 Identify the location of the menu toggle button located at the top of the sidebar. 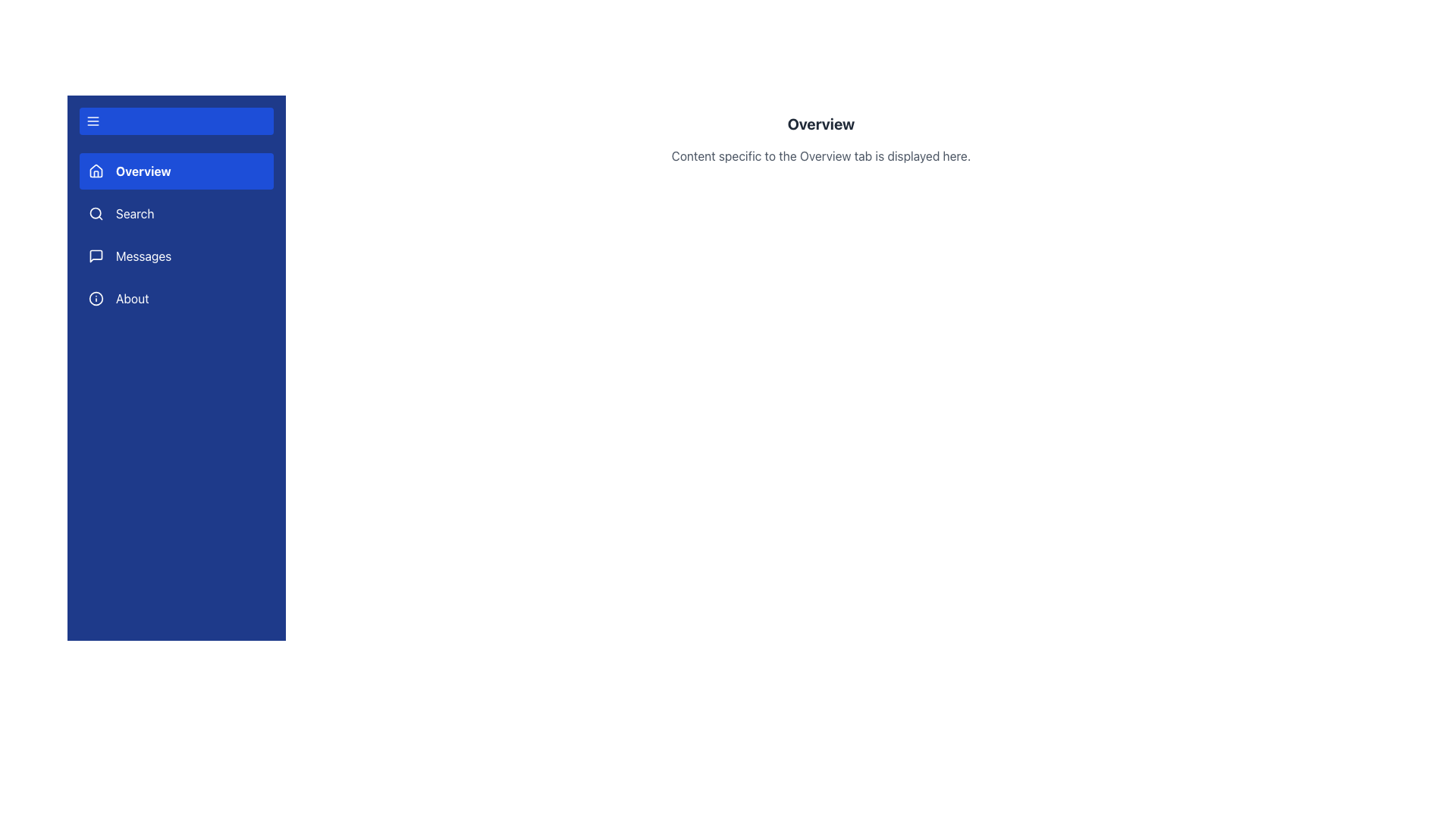
(177, 120).